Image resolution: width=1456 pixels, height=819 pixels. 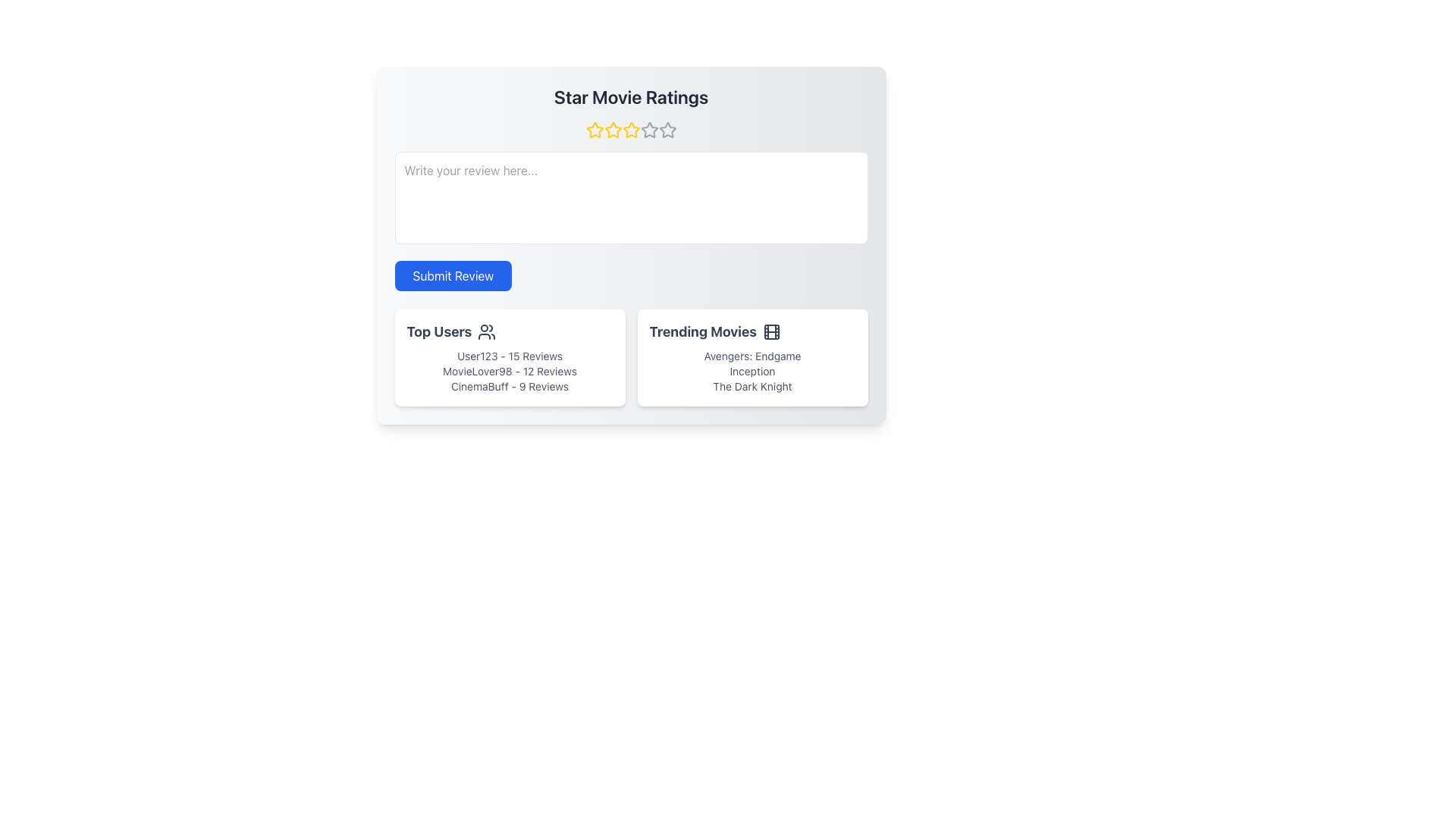 What do you see at coordinates (648, 128) in the screenshot?
I see `the fourth star-shaped icon in the rating system` at bounding box center [648, 128].